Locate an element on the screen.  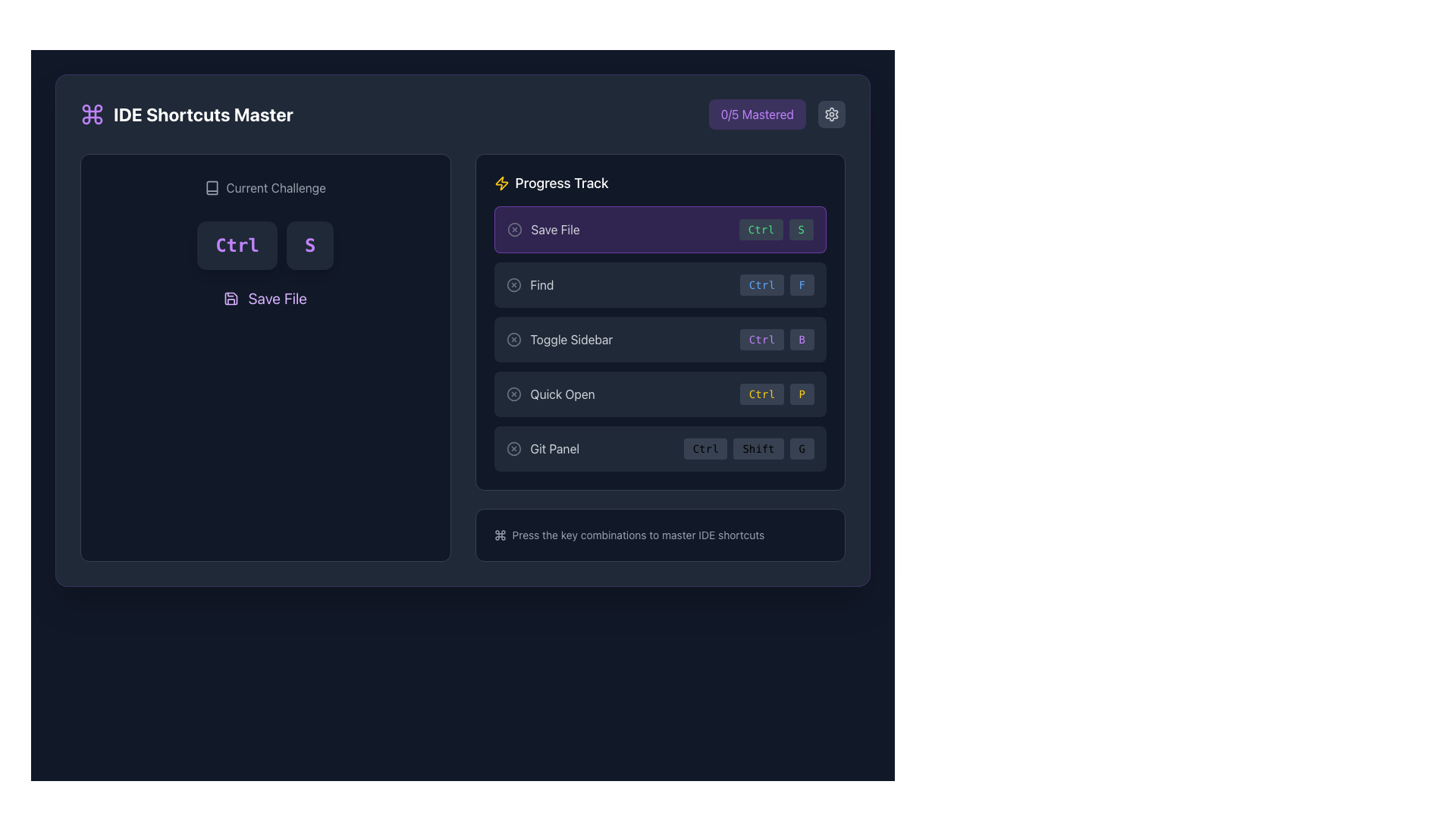
the close or cancel icon is located at coordinates (513, 284).